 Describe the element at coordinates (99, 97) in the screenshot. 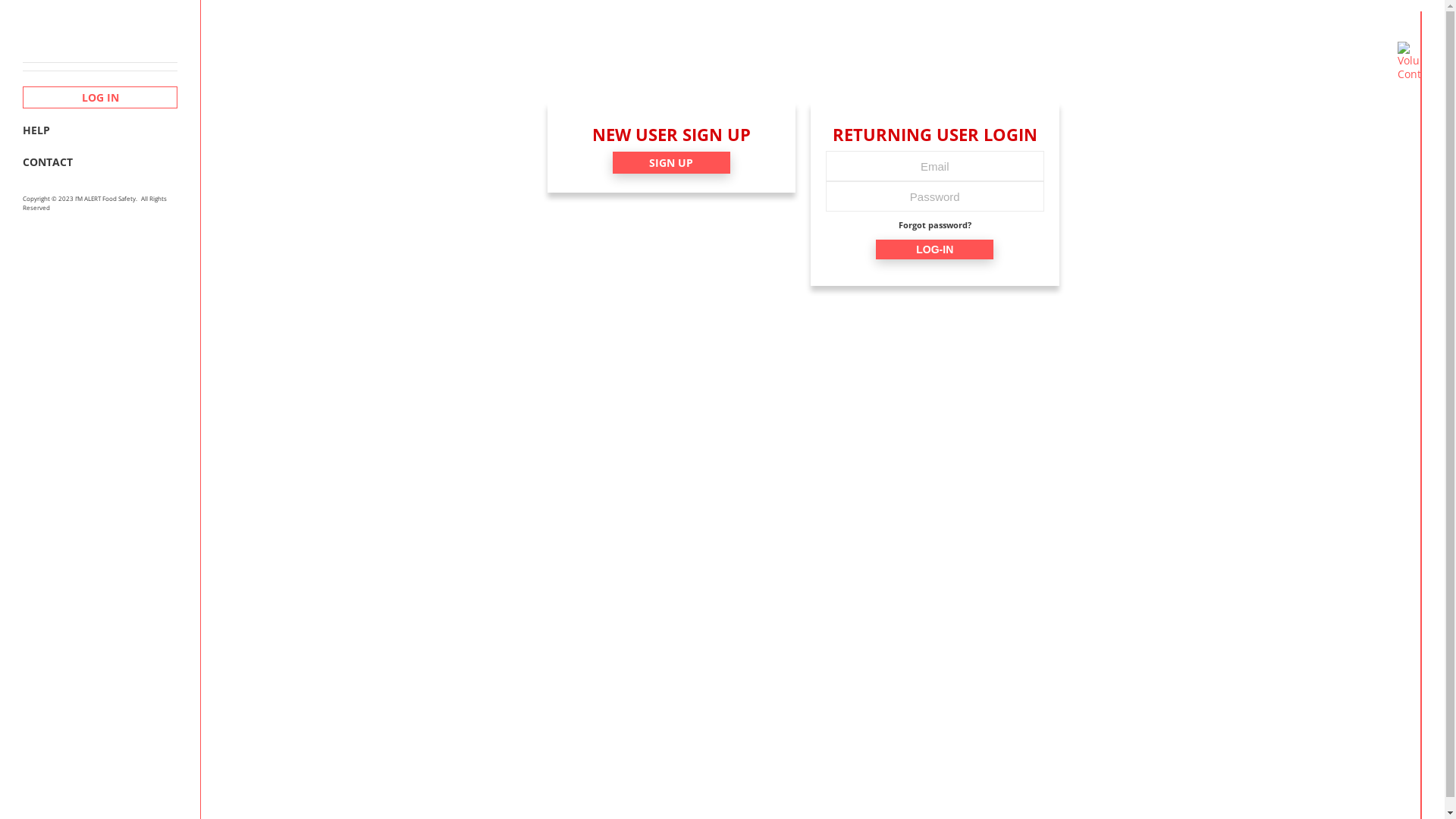

I see `'LOG IN'` at that location.